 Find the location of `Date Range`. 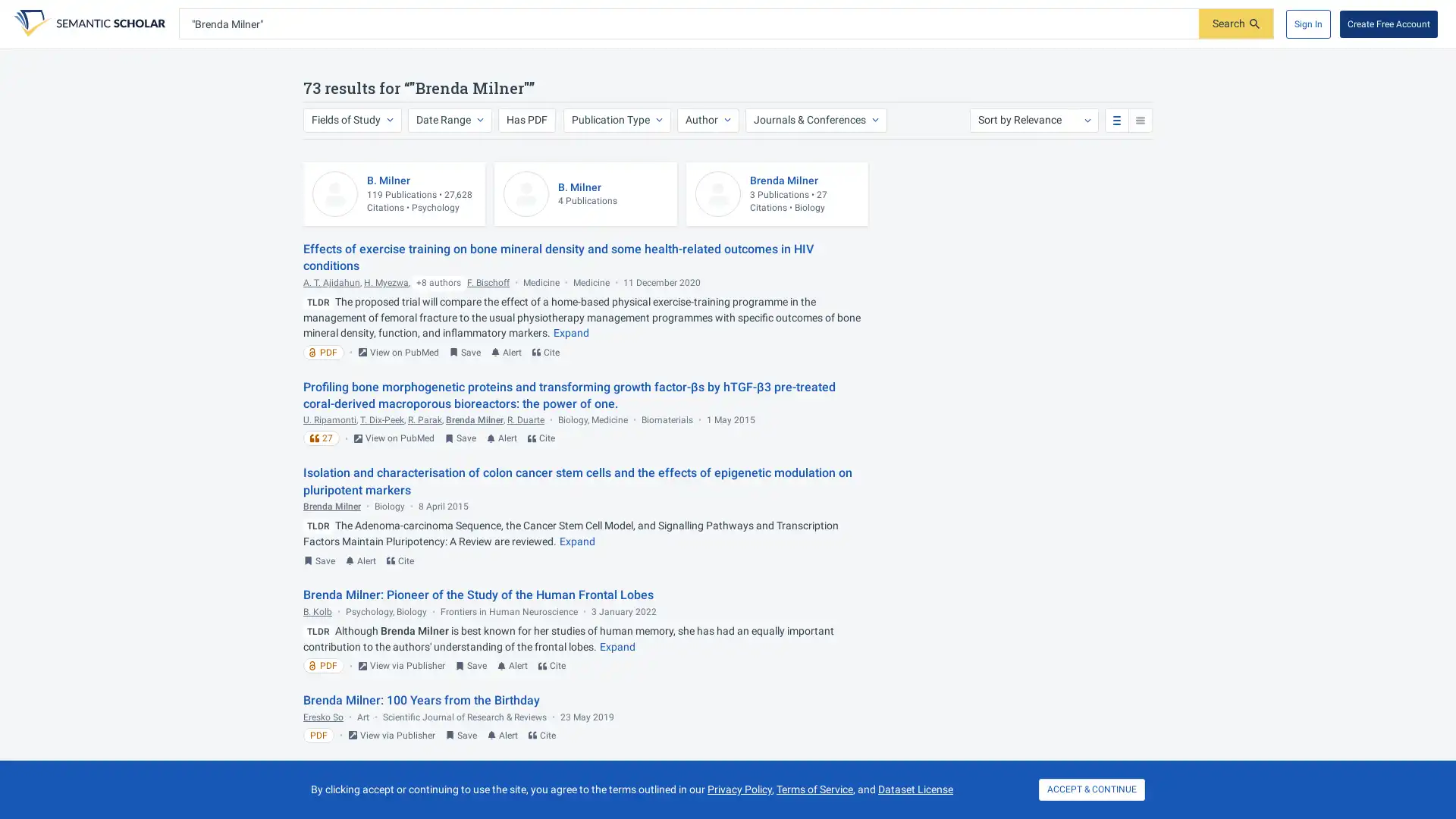

Date Range is located at coordinates (448, 119).